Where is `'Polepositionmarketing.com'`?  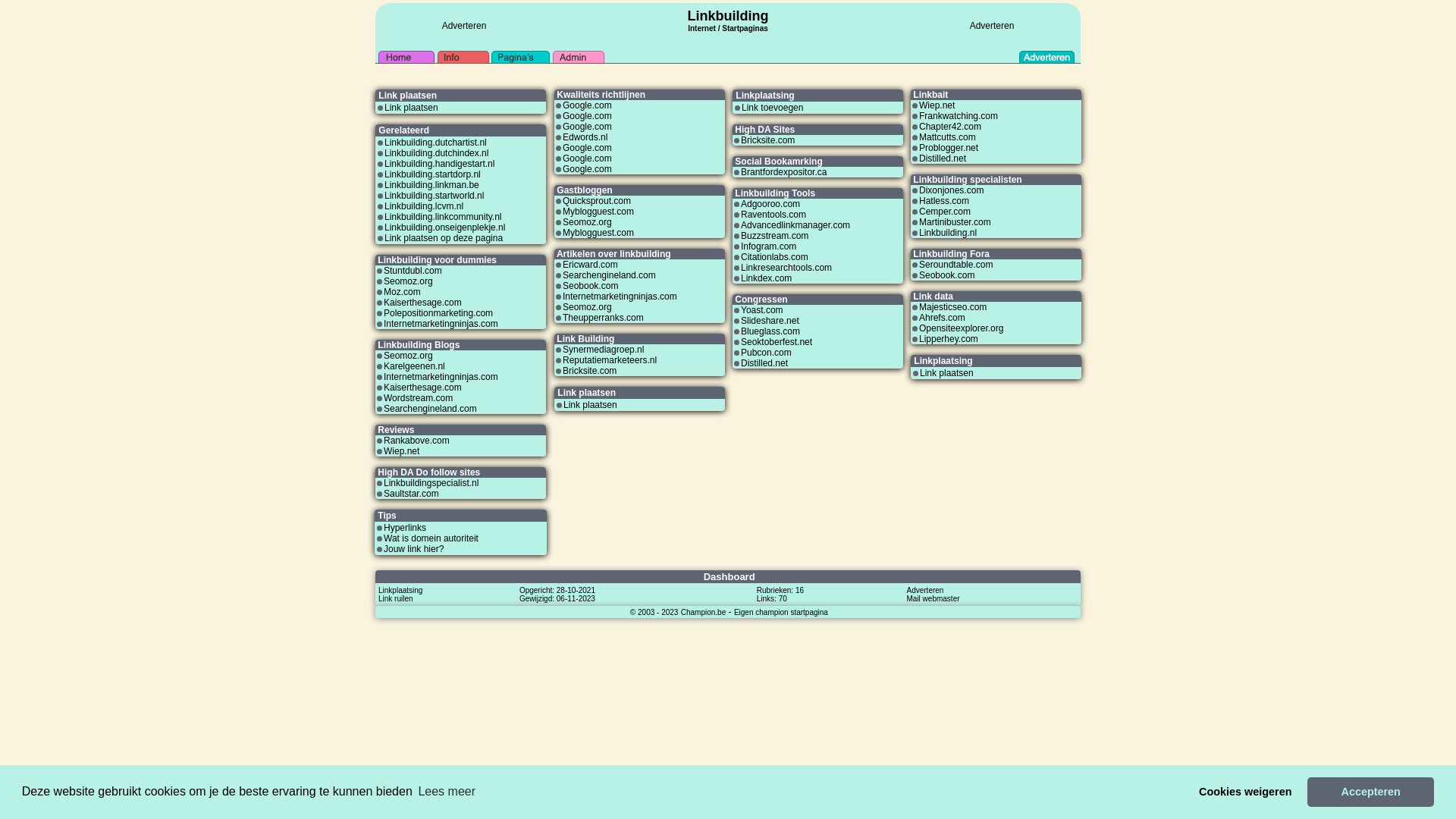 'Polepositionmarketing.com' is located at coordinates (437, 312).